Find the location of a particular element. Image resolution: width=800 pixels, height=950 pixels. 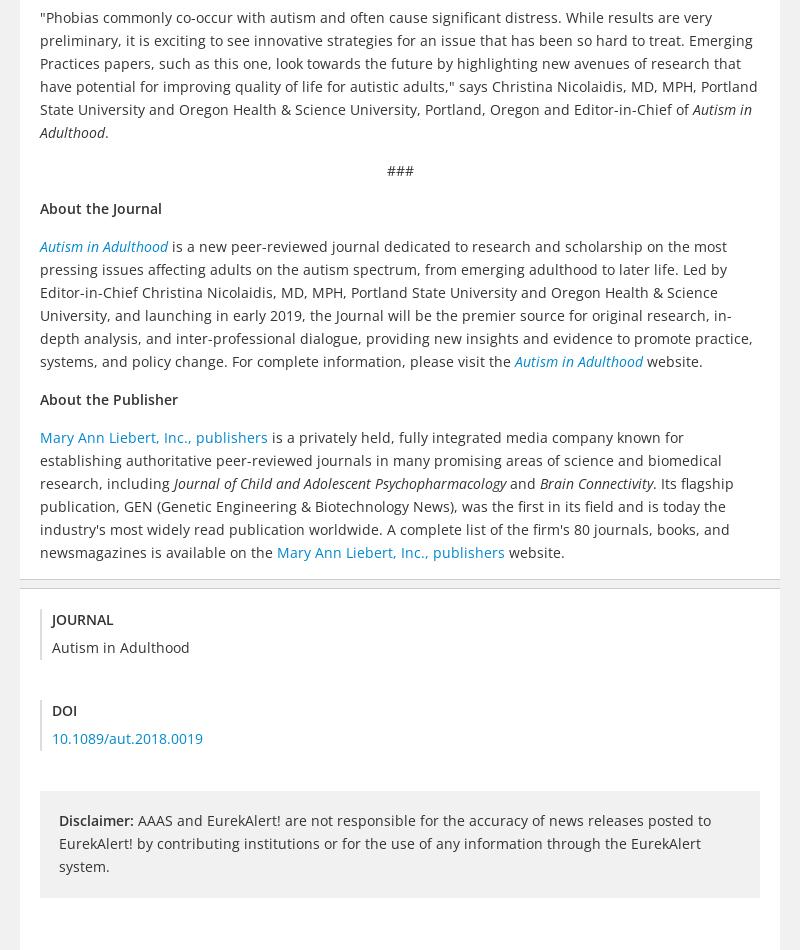

'Journal' is located at coordinates (82, 619).